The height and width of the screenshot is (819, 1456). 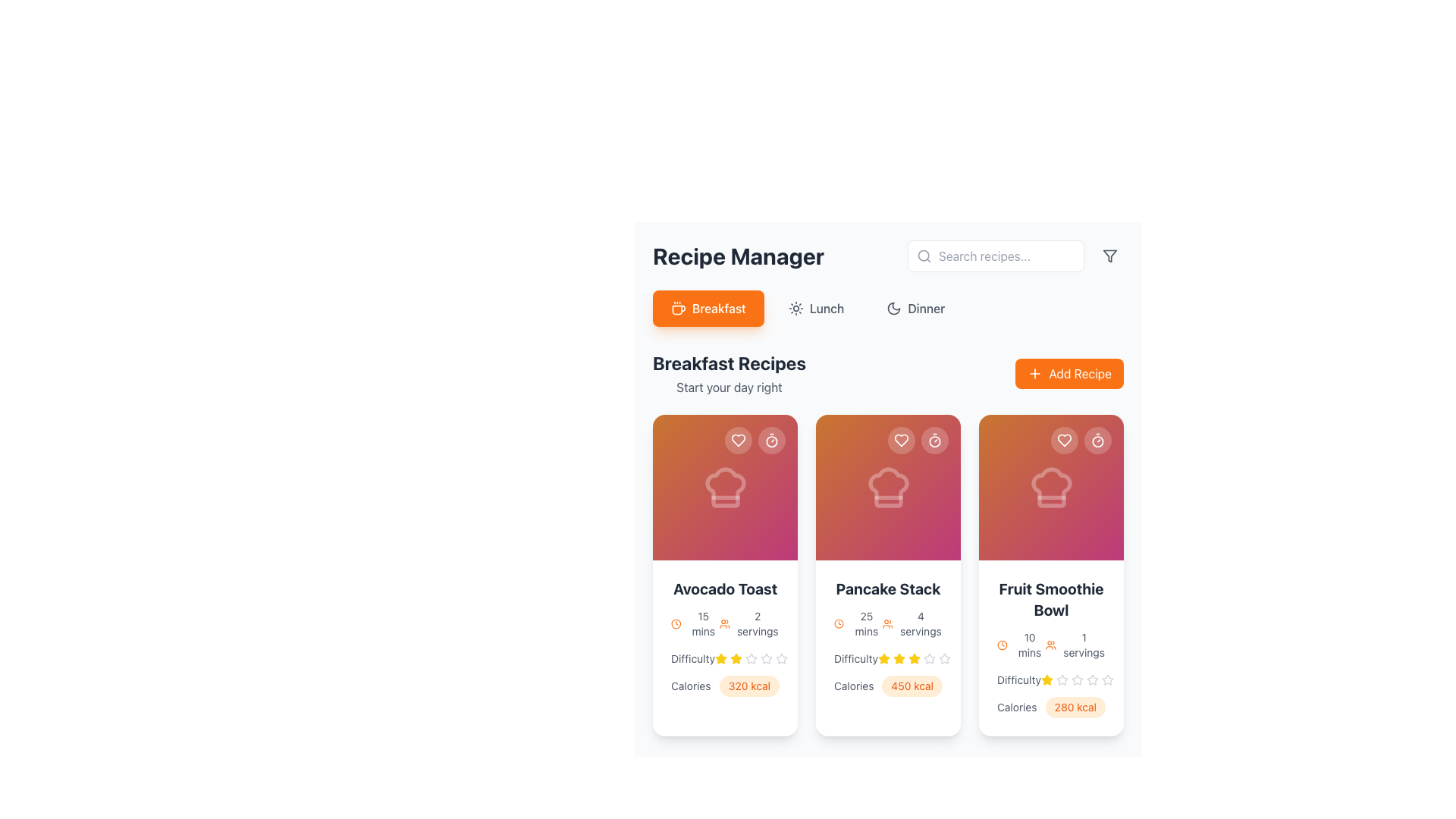 I want to click on the 'Breakfast' button, which is a text label displayed in white on a bright orange background, so click(x=718, y=308).